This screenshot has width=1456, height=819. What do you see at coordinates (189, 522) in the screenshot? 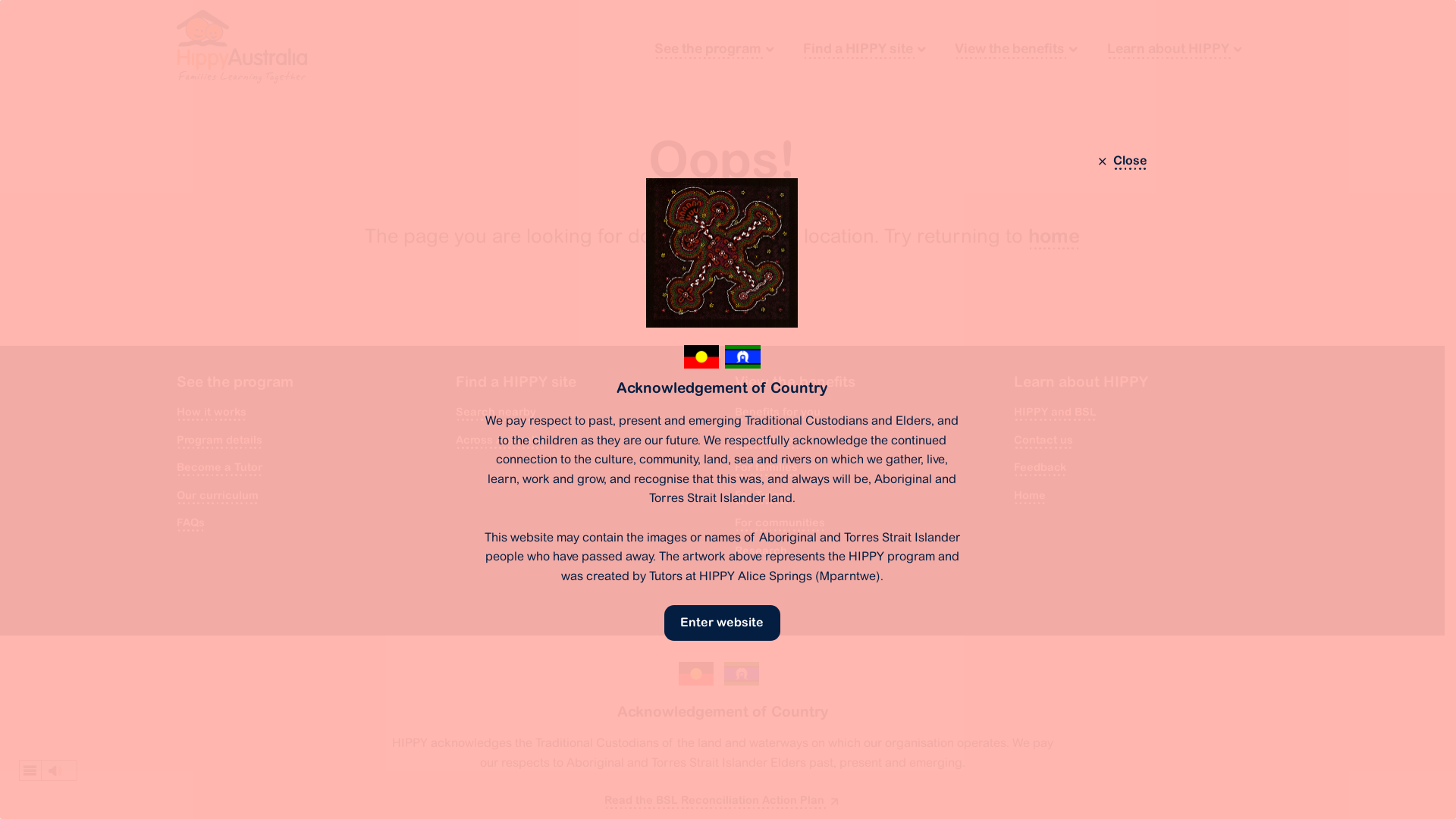
I see `'FAQs'` at bounding box center [189, 522].